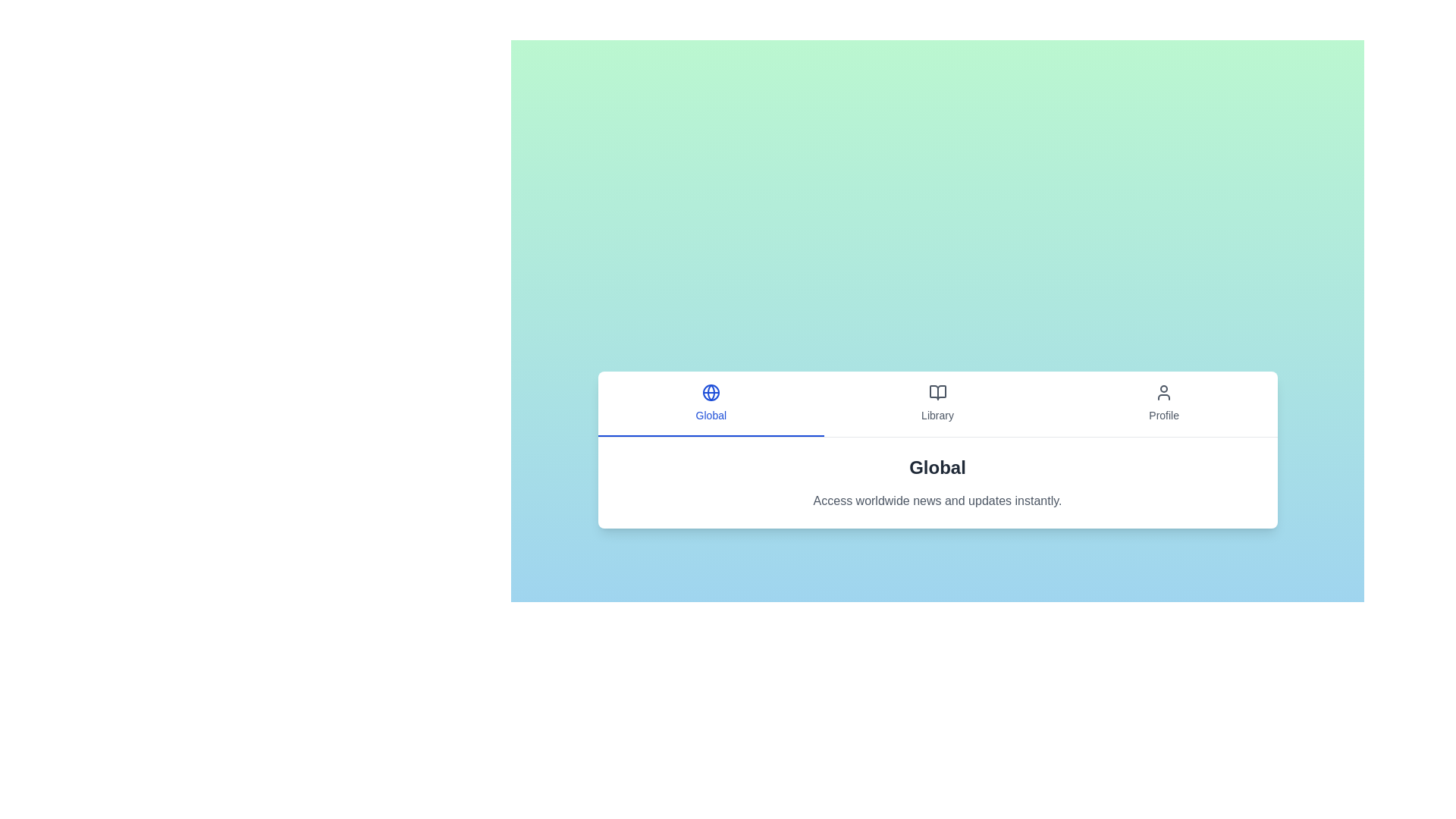 Image resolution: width=1456 pixels, height=819 pixels. Describe the element at coordinates (937, 403) in the screenshot. I see `the tab button corresponding to Library` at that location.